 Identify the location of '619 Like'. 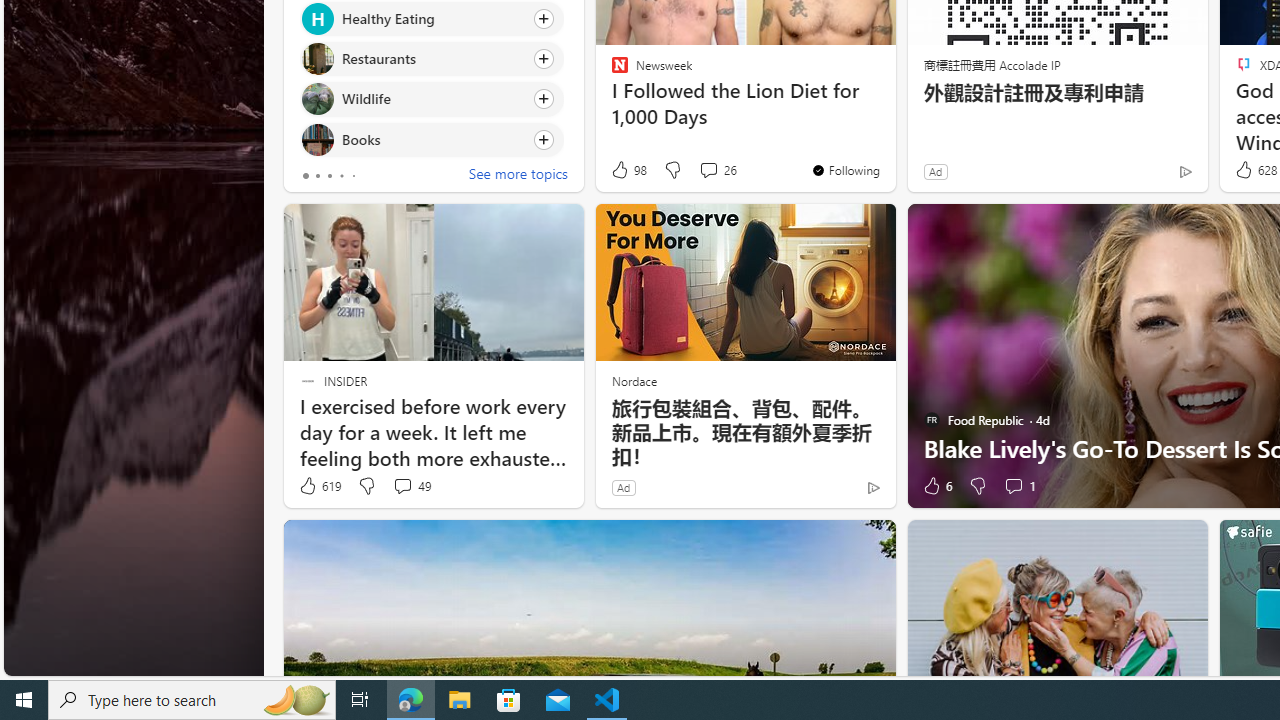
(318, 486).